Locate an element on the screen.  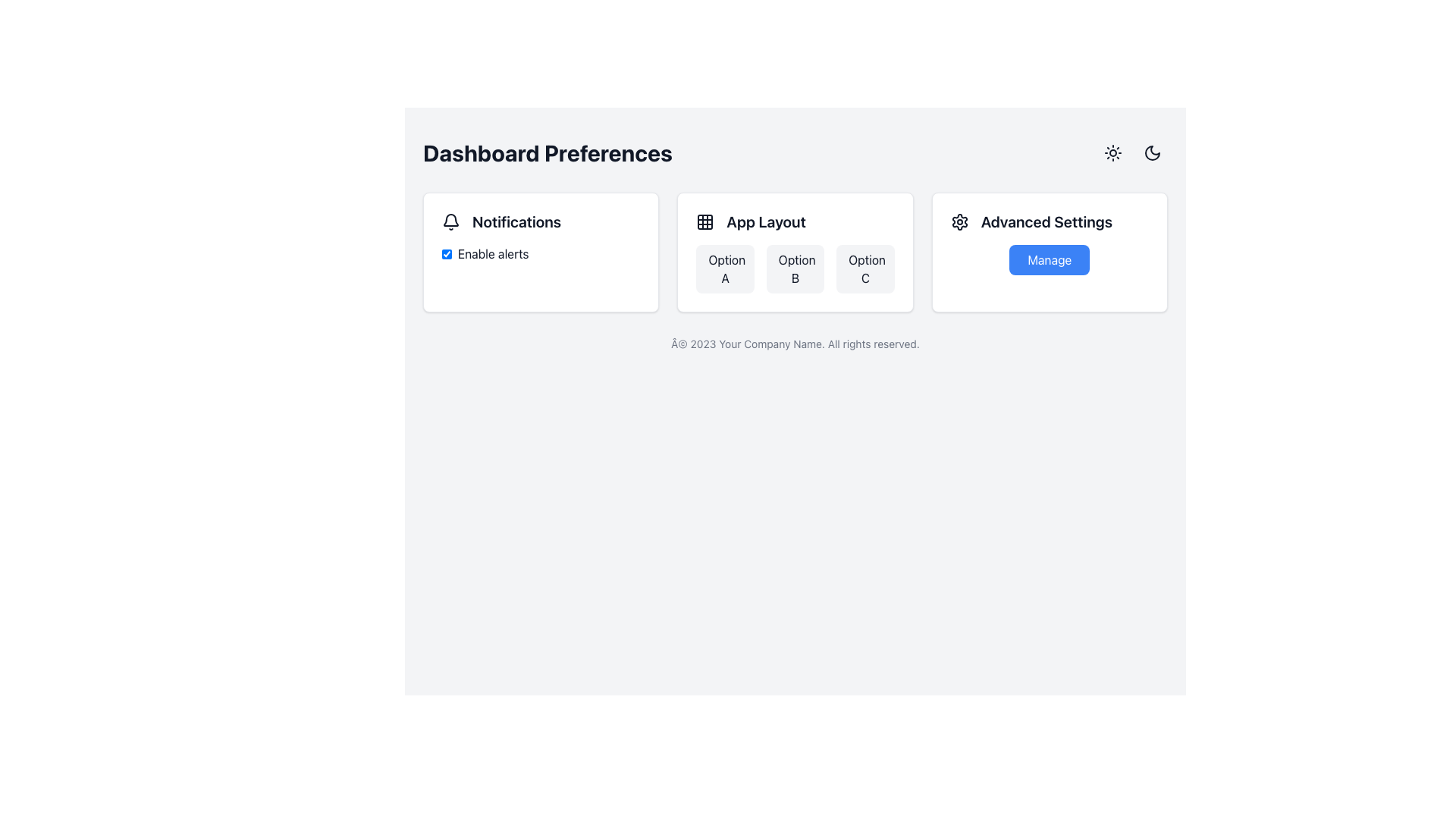
the Icon Button located in the top-right corner of the interface, next to the sun icon is located at coordinates (1153, 152).